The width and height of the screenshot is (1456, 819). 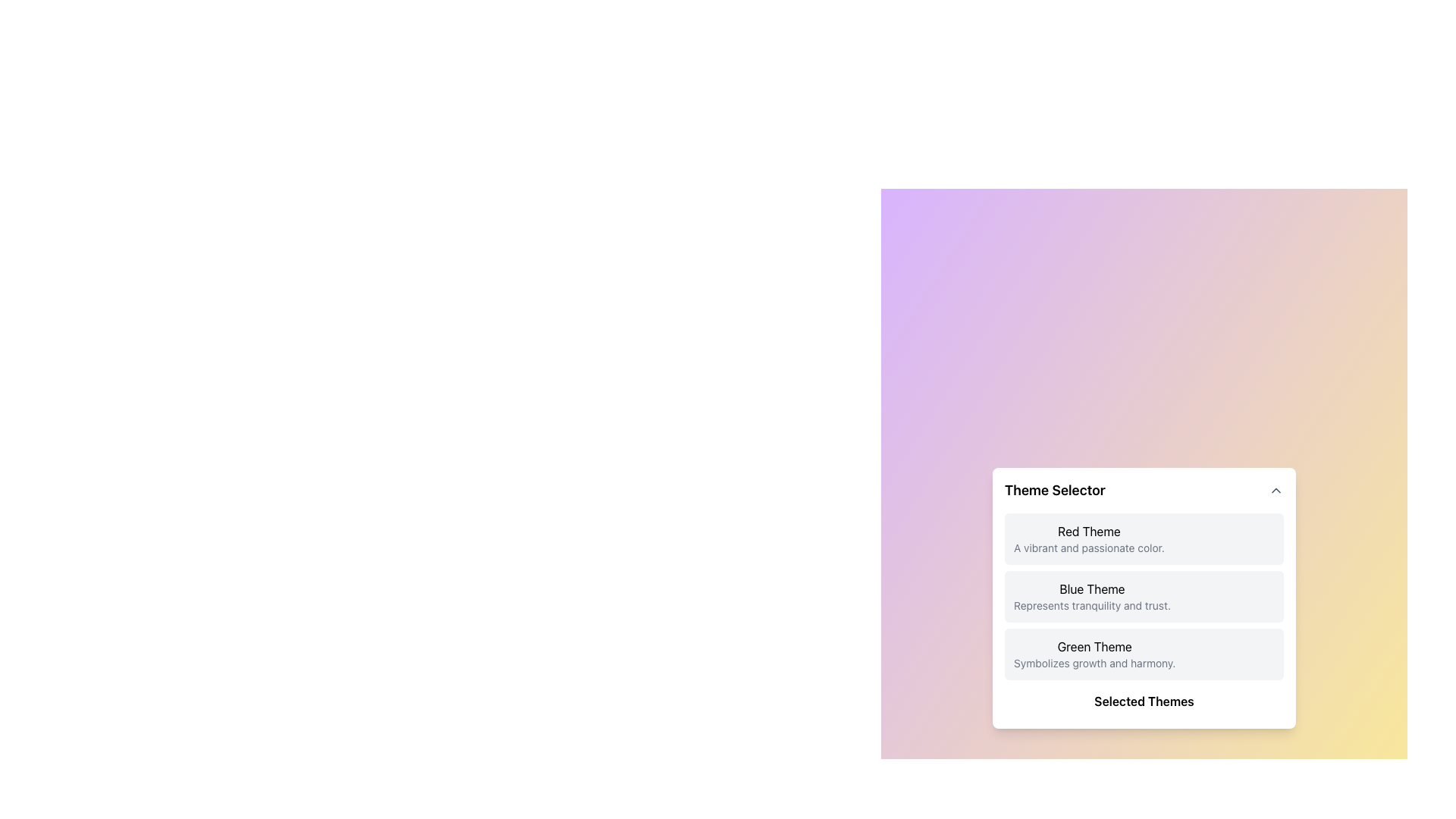 What do you see at coordinates (1092, 604) in the screenshot?
I see `the Text Label that reads 'Represents tranquility and trust.' located below the 'Blue Theme' heading` at bounding box center [1092, 604].